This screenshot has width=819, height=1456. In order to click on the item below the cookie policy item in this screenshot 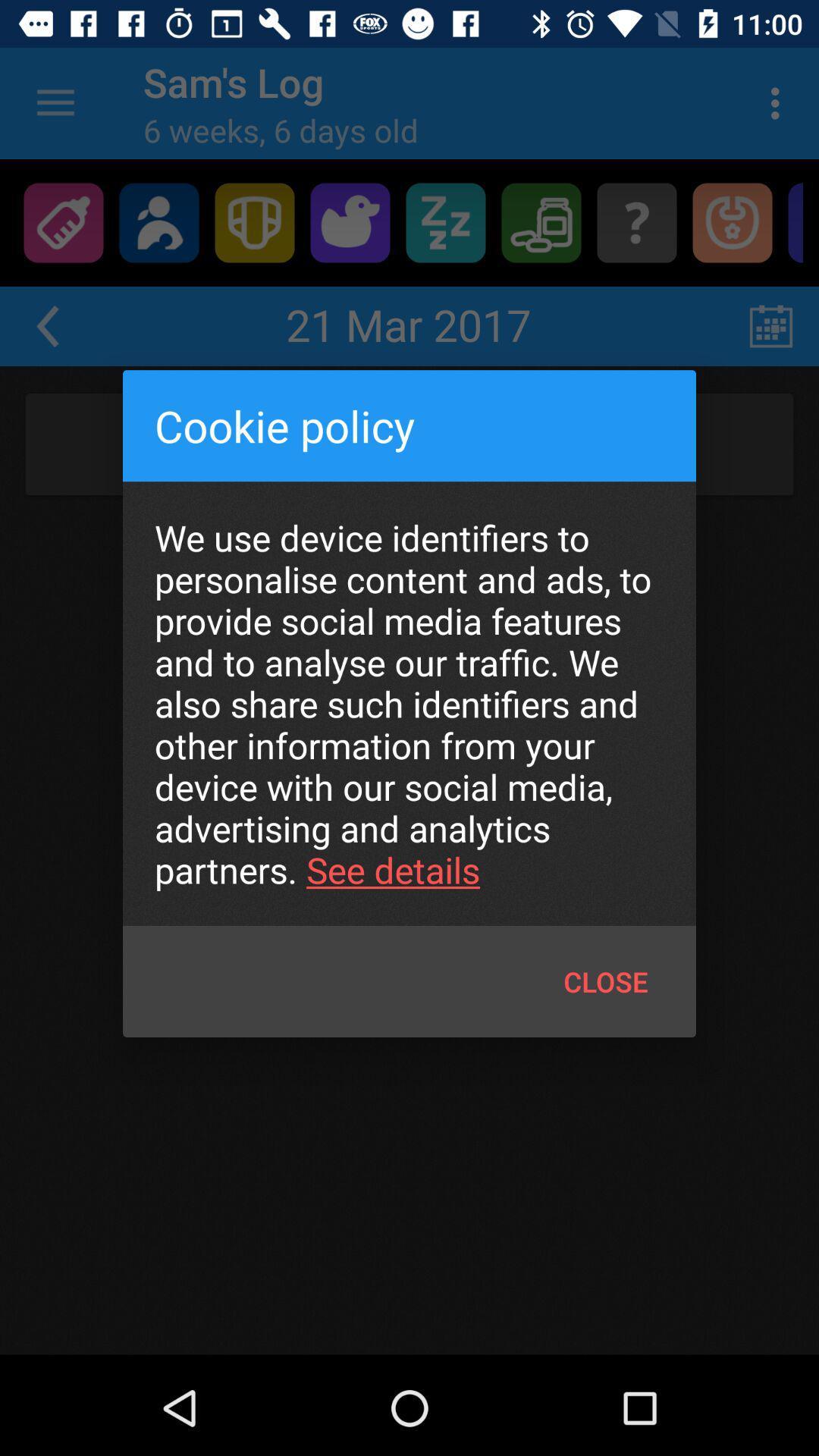, I will do `click(409, 703)`.